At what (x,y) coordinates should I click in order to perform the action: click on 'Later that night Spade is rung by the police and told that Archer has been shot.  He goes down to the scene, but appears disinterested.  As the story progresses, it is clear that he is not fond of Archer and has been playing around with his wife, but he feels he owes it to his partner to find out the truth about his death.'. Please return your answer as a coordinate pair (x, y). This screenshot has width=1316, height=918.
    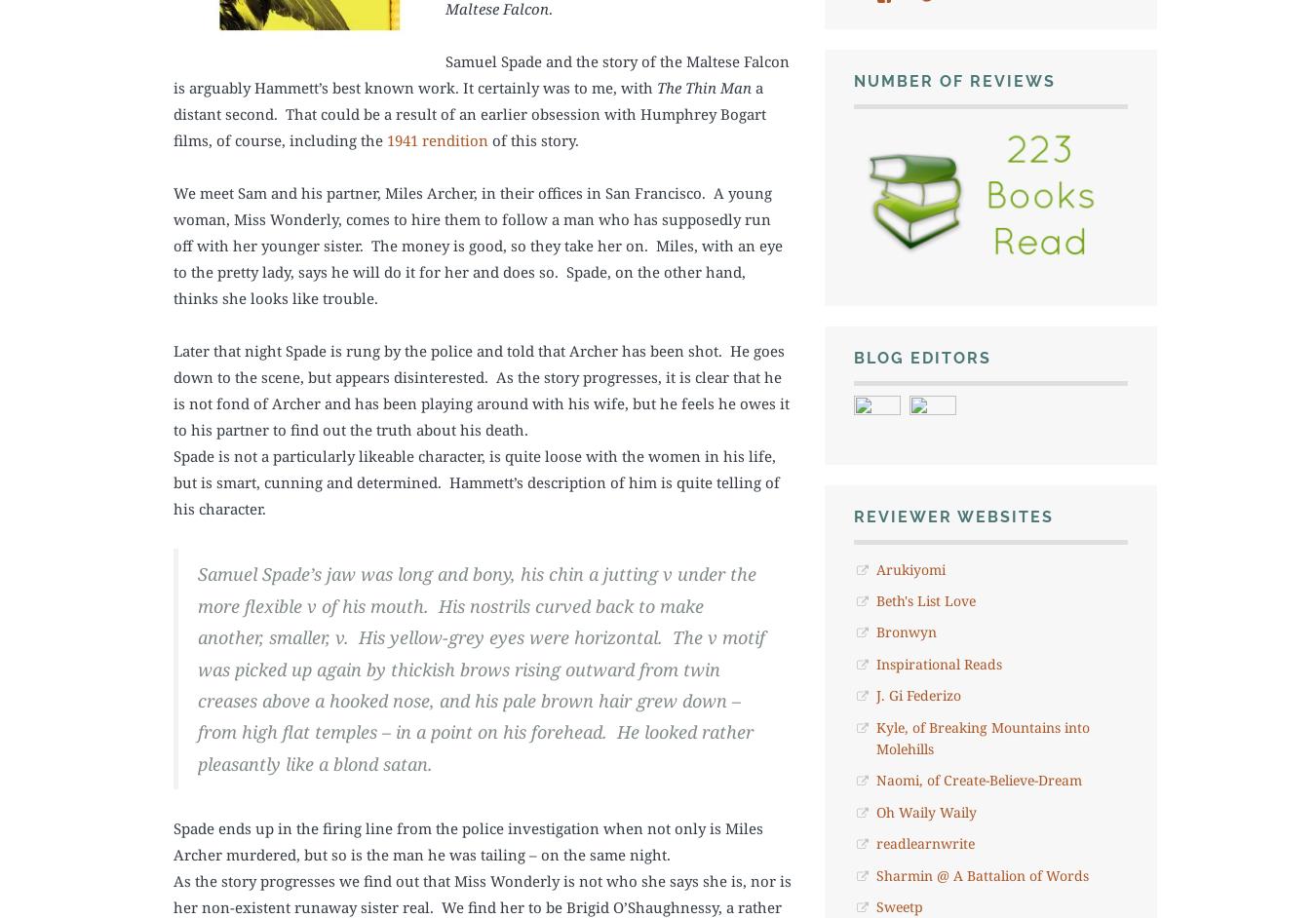
    Looking at the image, I should click on (174, 390).